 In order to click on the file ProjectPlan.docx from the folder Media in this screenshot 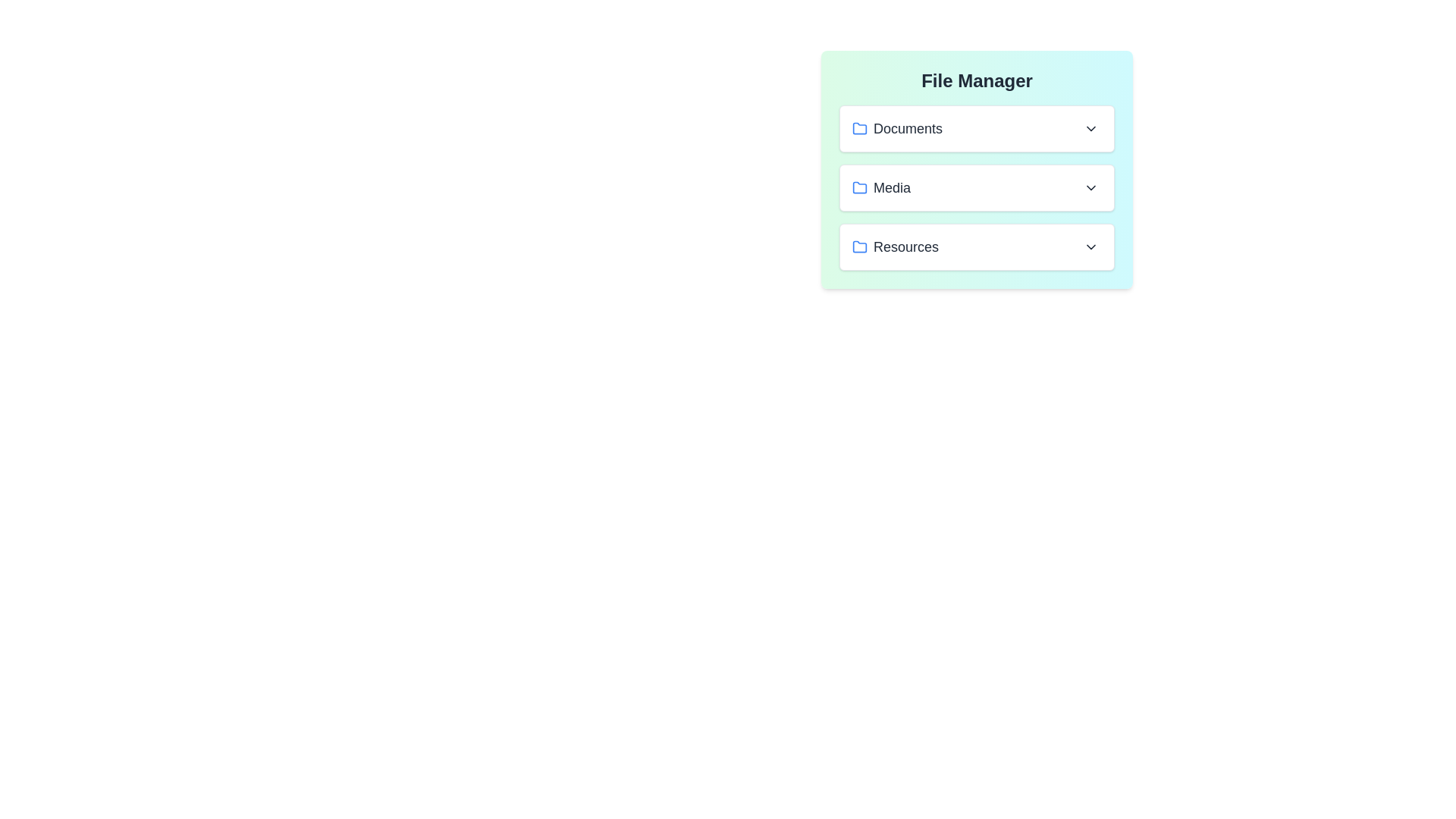, I will do `click(977, 187)`.